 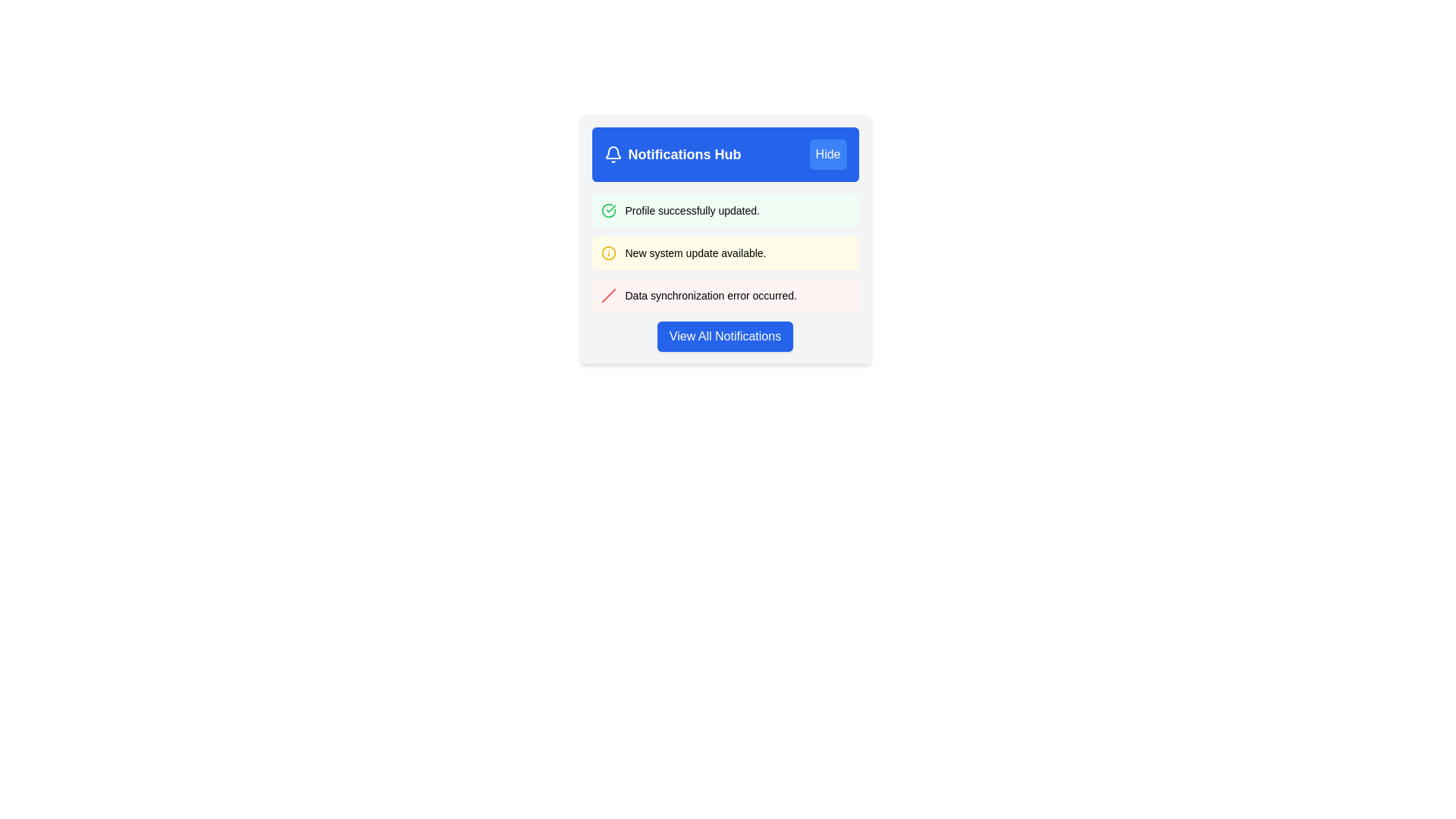 What do you see at coordinates (695, 253) in the screenshot?
I see `the static text notification about the system update, which is the second entry in the notification list next to the yellow exclamation mark icon in the Notifications Hub` at bounding box center [695, 253].